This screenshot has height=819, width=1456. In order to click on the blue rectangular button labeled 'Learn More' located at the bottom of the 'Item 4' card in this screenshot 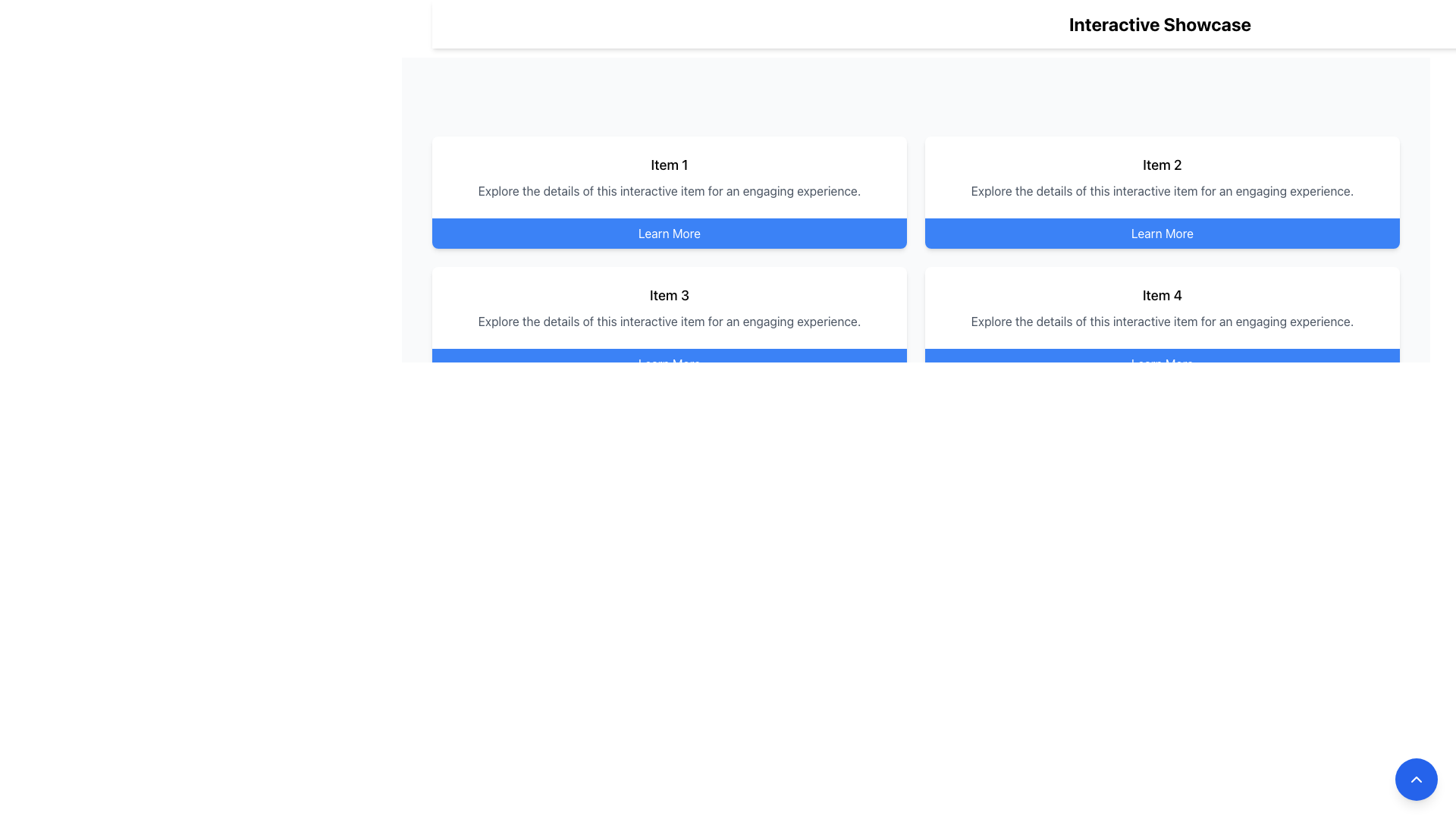, I will do `click(1161, 363)`.